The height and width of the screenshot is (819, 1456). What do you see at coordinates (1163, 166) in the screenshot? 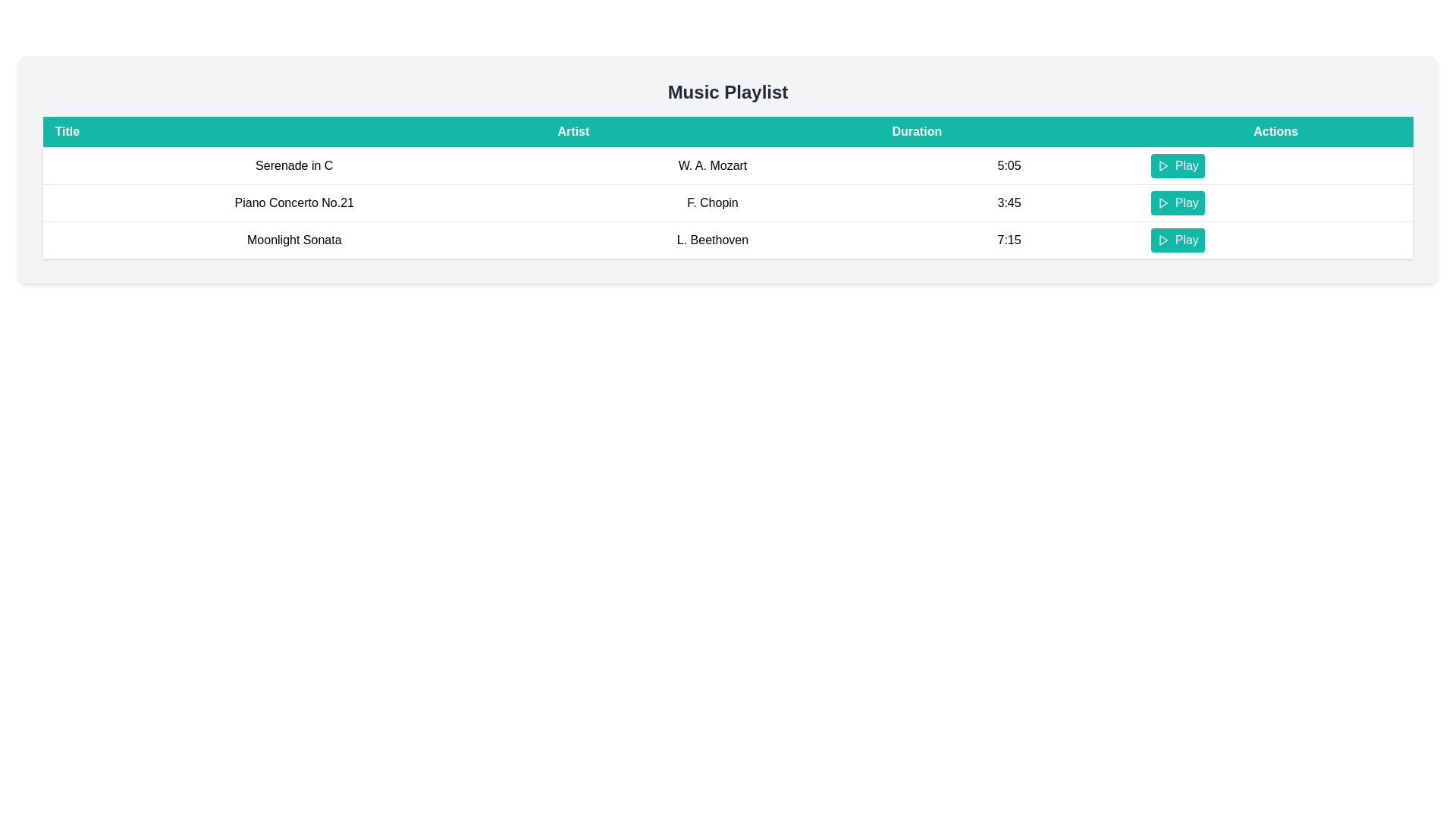
I see `the play button for the 'Serenade in C' track, which is represented by a triangular SVG graphical element in the 'Actions' column of the first row of the table` at bounding box center [1163, 166].